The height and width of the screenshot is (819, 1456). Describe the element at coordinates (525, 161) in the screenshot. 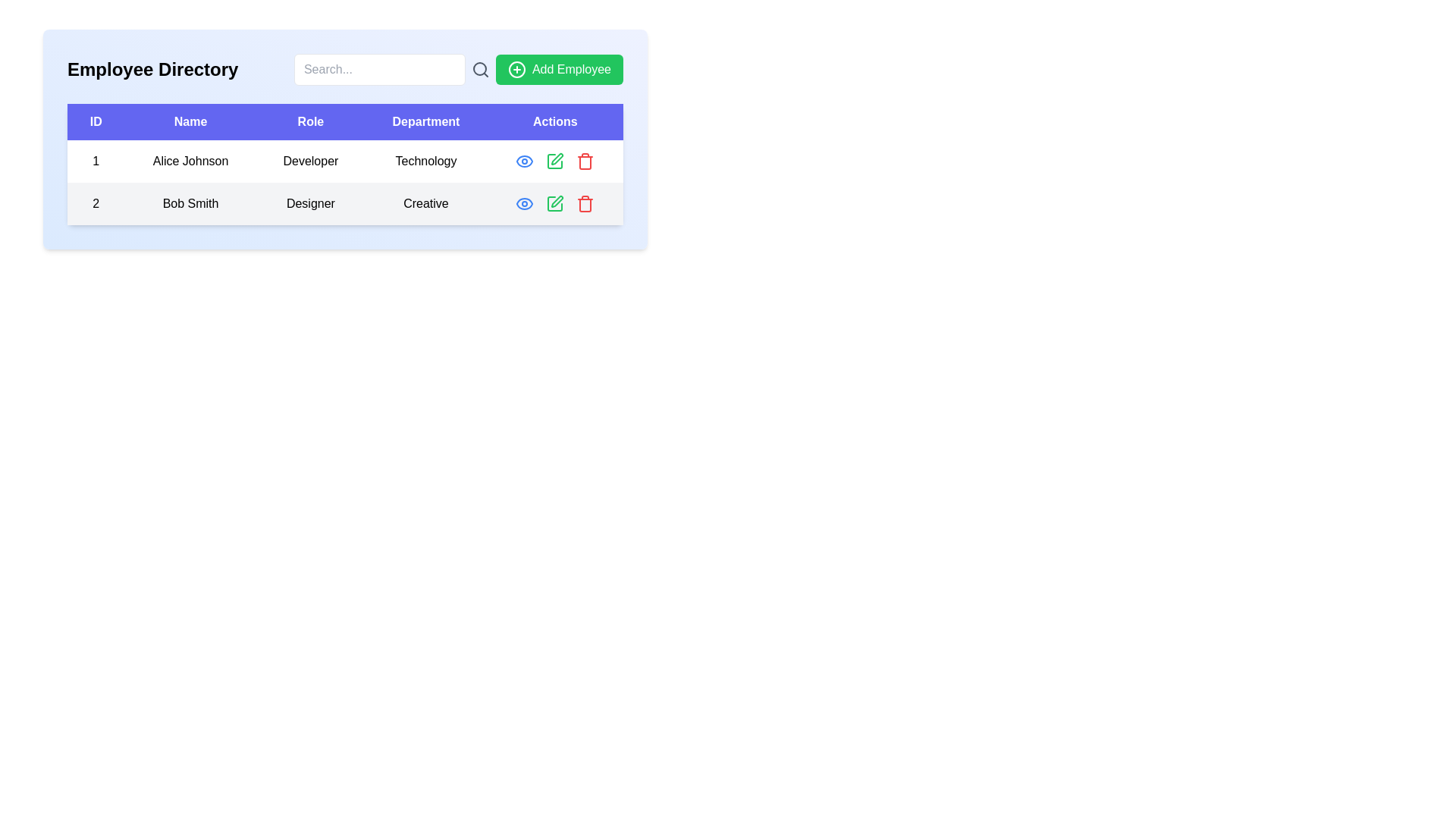

I see `the eye-shaped icon button in the Actions column of the employee table for Bob Smith` at that location.